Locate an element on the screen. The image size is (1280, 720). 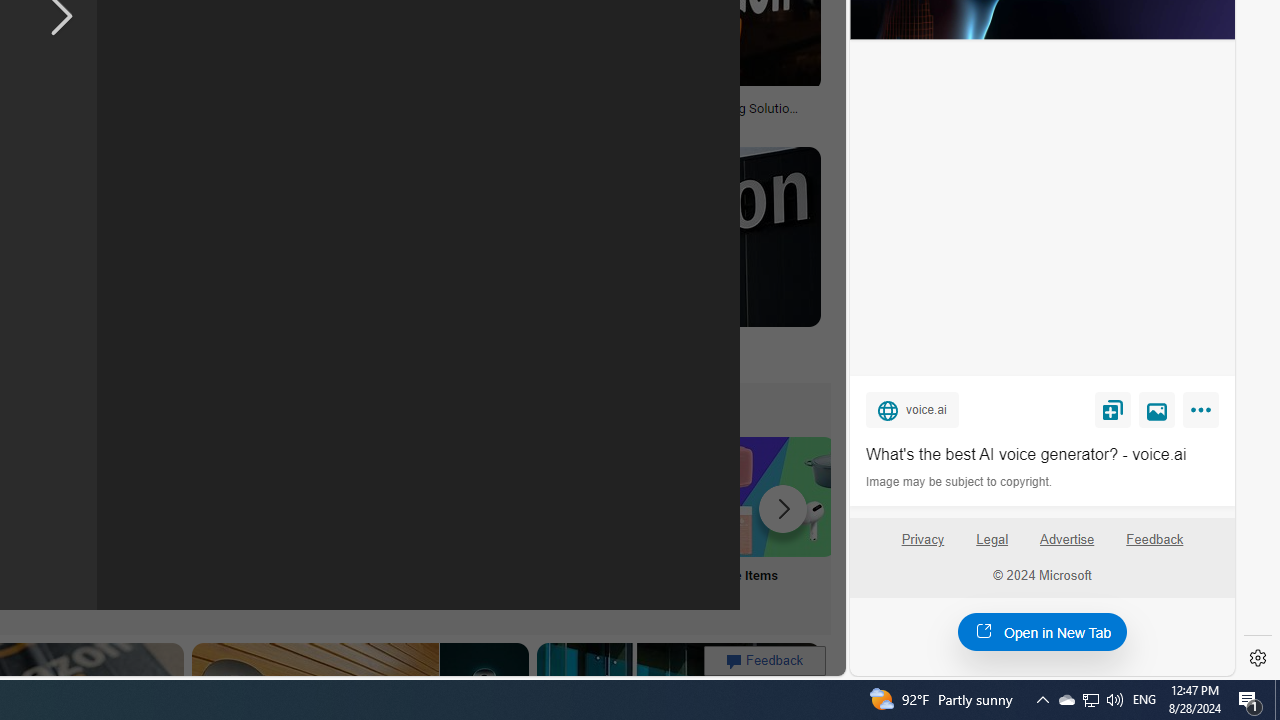
'Advertise' is located at coordinates (1066, 547).